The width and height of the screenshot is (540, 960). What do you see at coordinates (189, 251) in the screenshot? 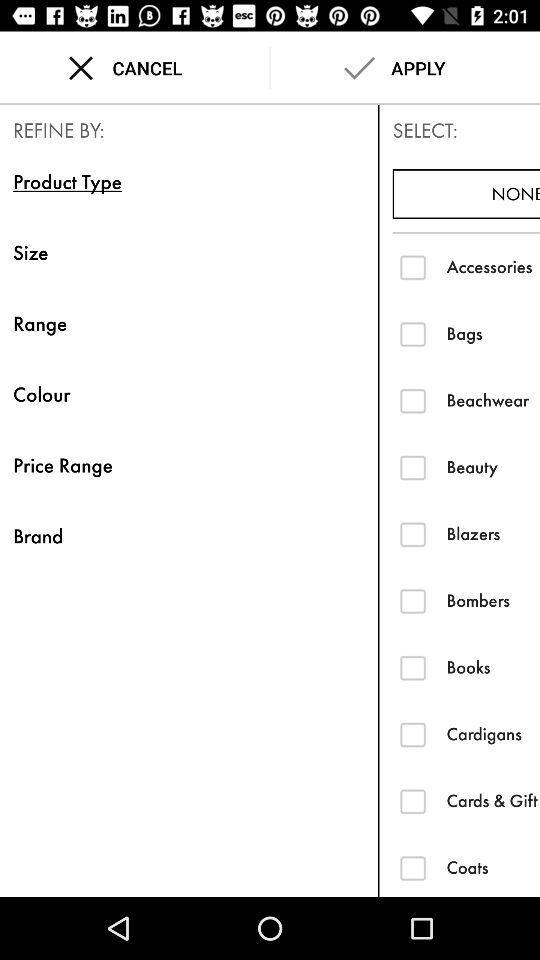
I see `size` at bounding box center [189, 251].